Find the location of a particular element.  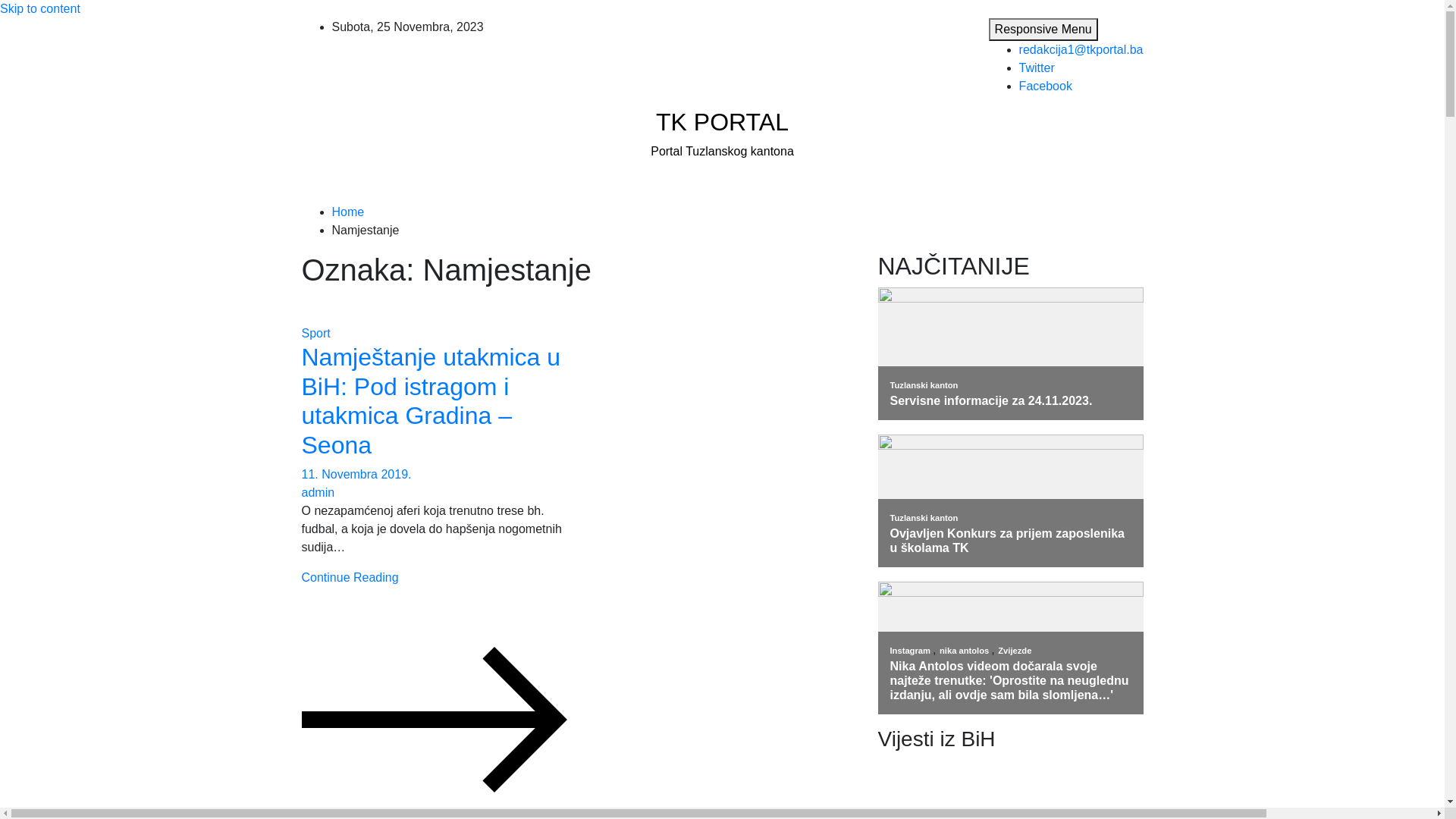

'Sport' is located at coordinates (315, 332).